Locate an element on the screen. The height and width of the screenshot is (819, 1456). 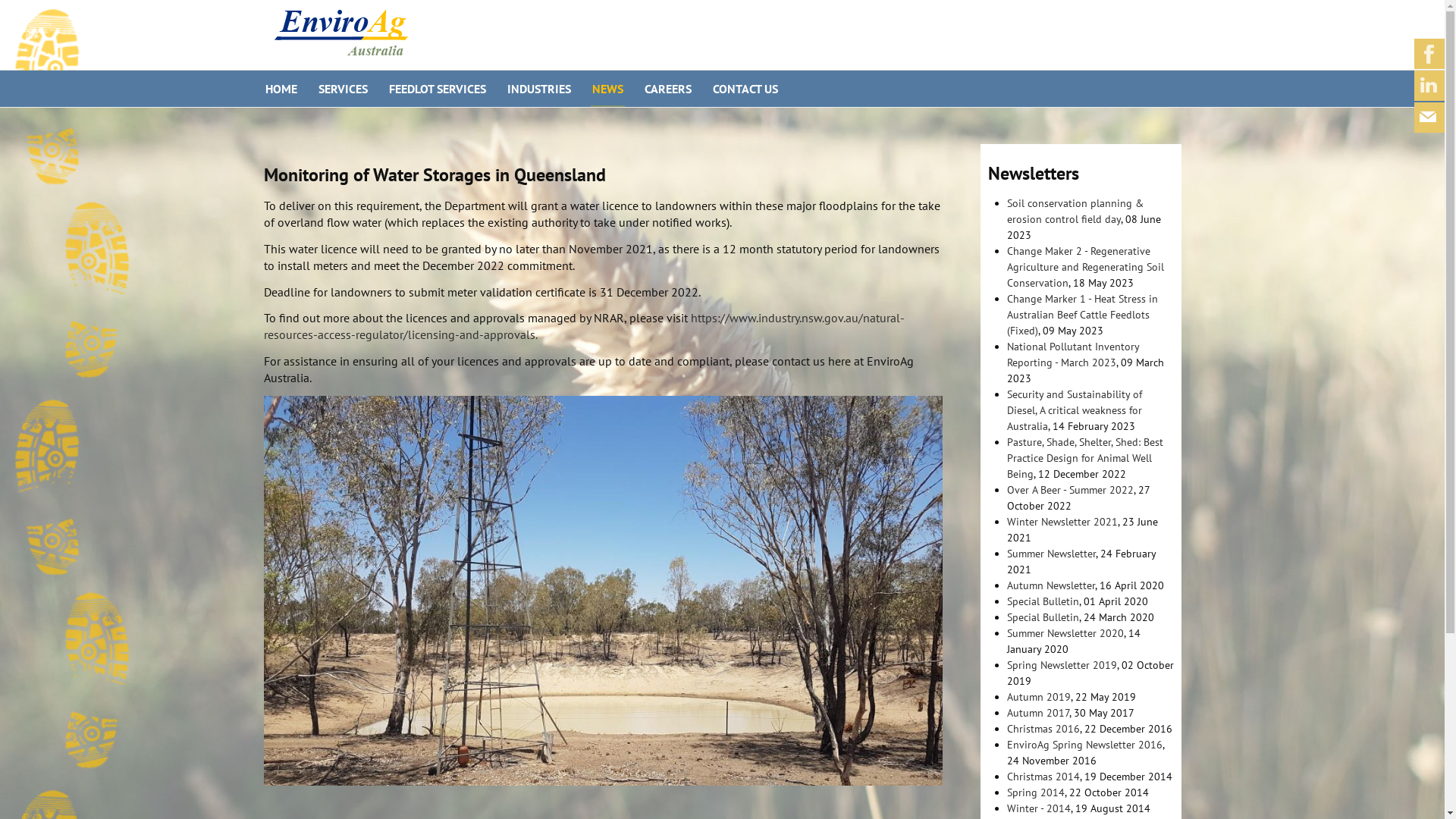
'CAREERS' is located at coordinates (667, 88).